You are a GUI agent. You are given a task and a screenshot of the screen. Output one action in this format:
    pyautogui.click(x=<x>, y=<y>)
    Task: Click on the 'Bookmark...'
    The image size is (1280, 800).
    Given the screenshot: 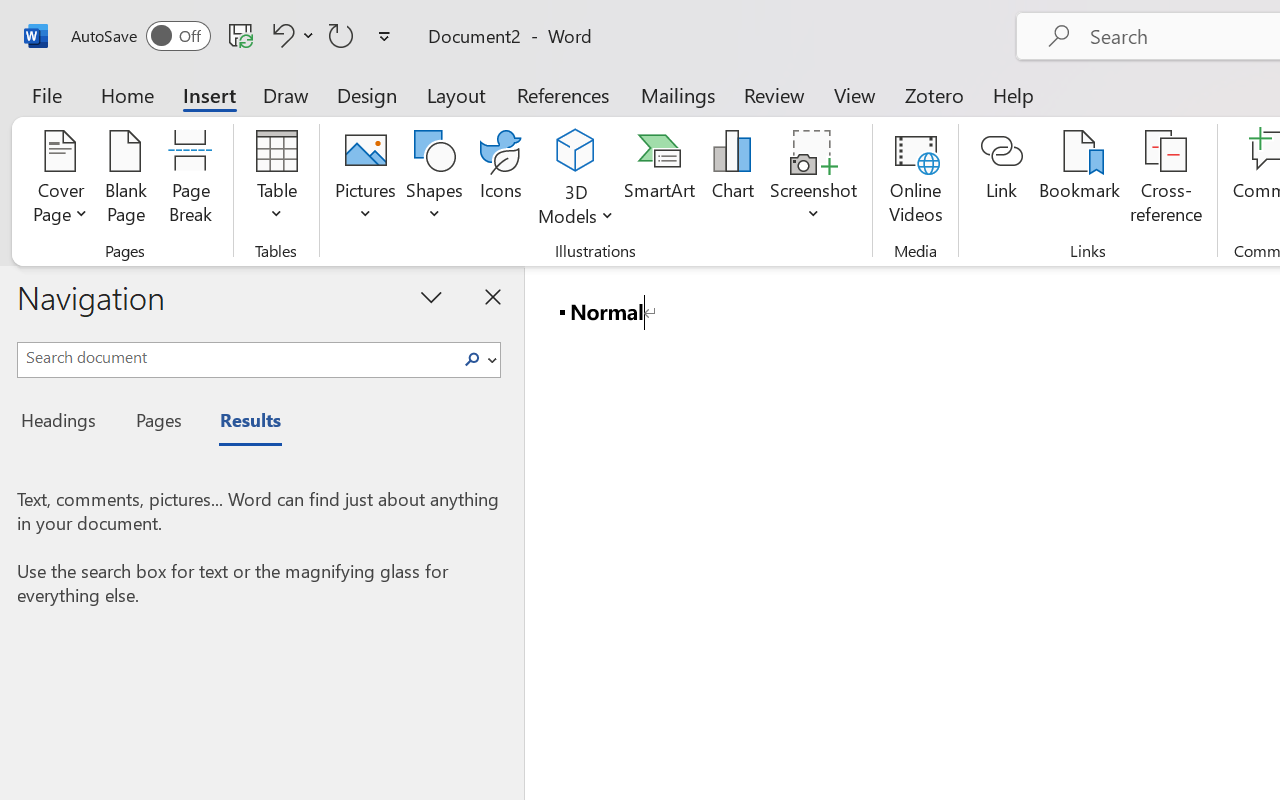 What is the action you would take?
    pyautogui.click(x=1078, y=179)
    